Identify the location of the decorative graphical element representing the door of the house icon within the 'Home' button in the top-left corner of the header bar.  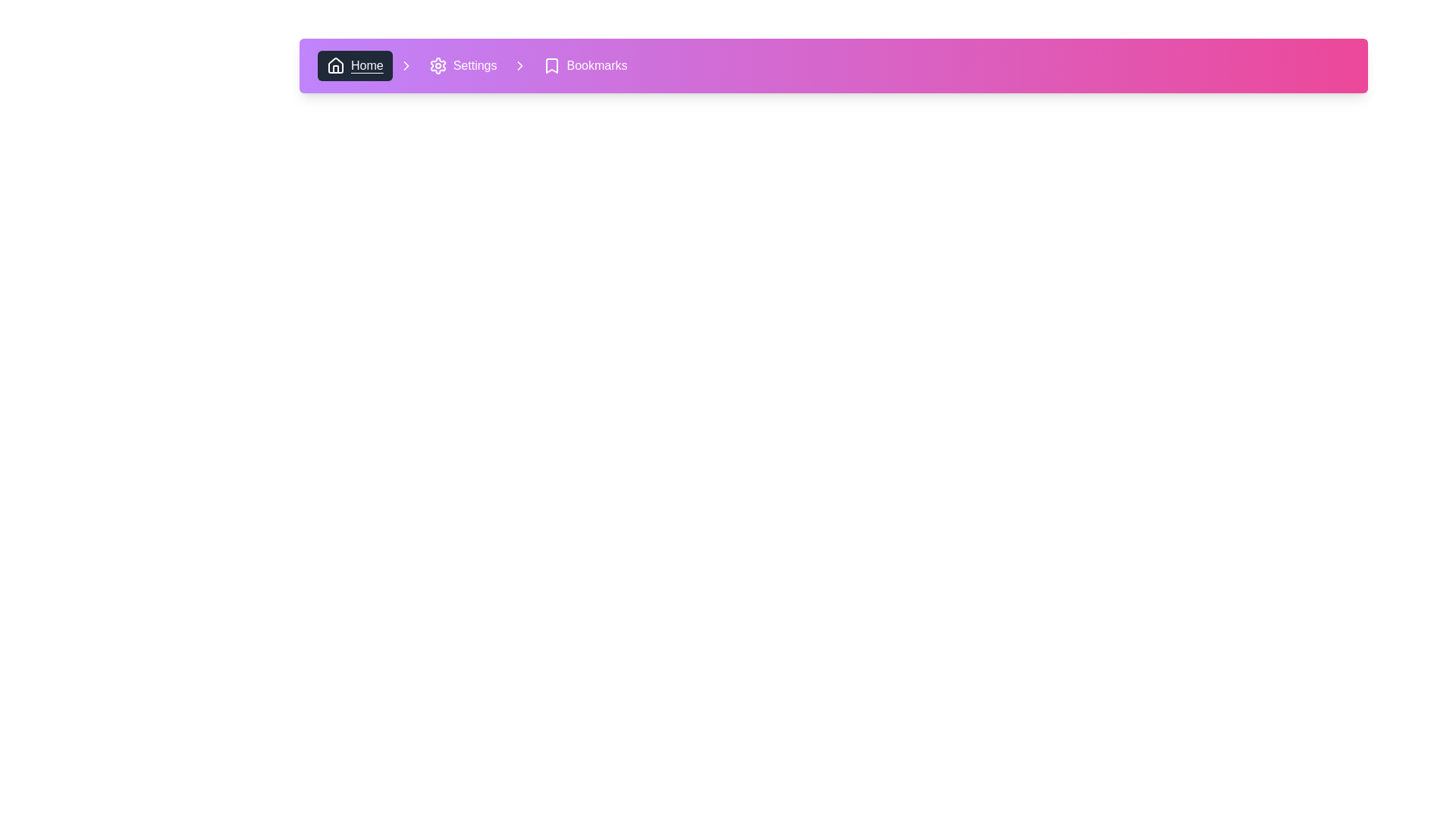
(334, 69).